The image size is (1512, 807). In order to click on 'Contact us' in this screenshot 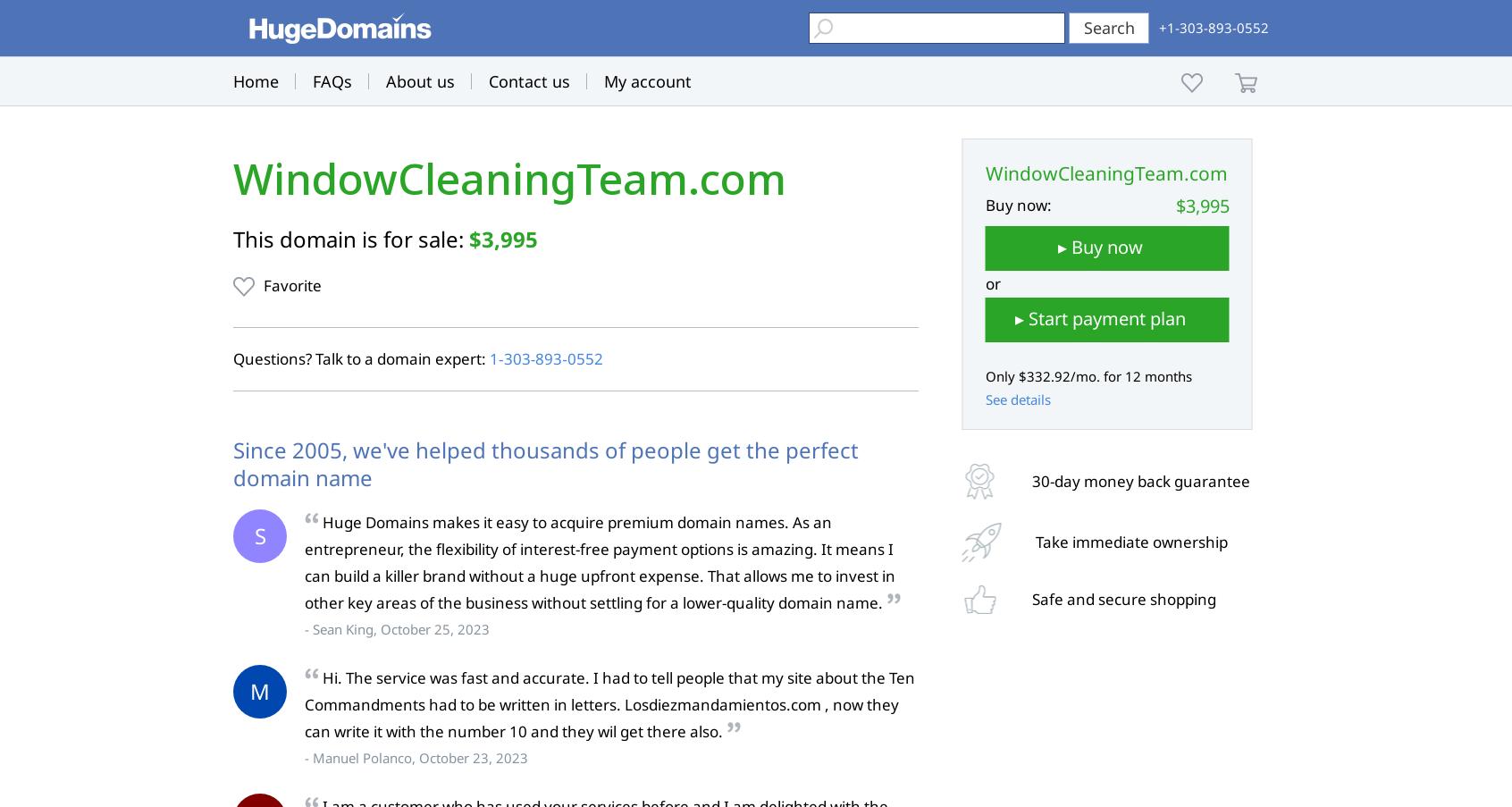, I will do `click(528, 81)`.